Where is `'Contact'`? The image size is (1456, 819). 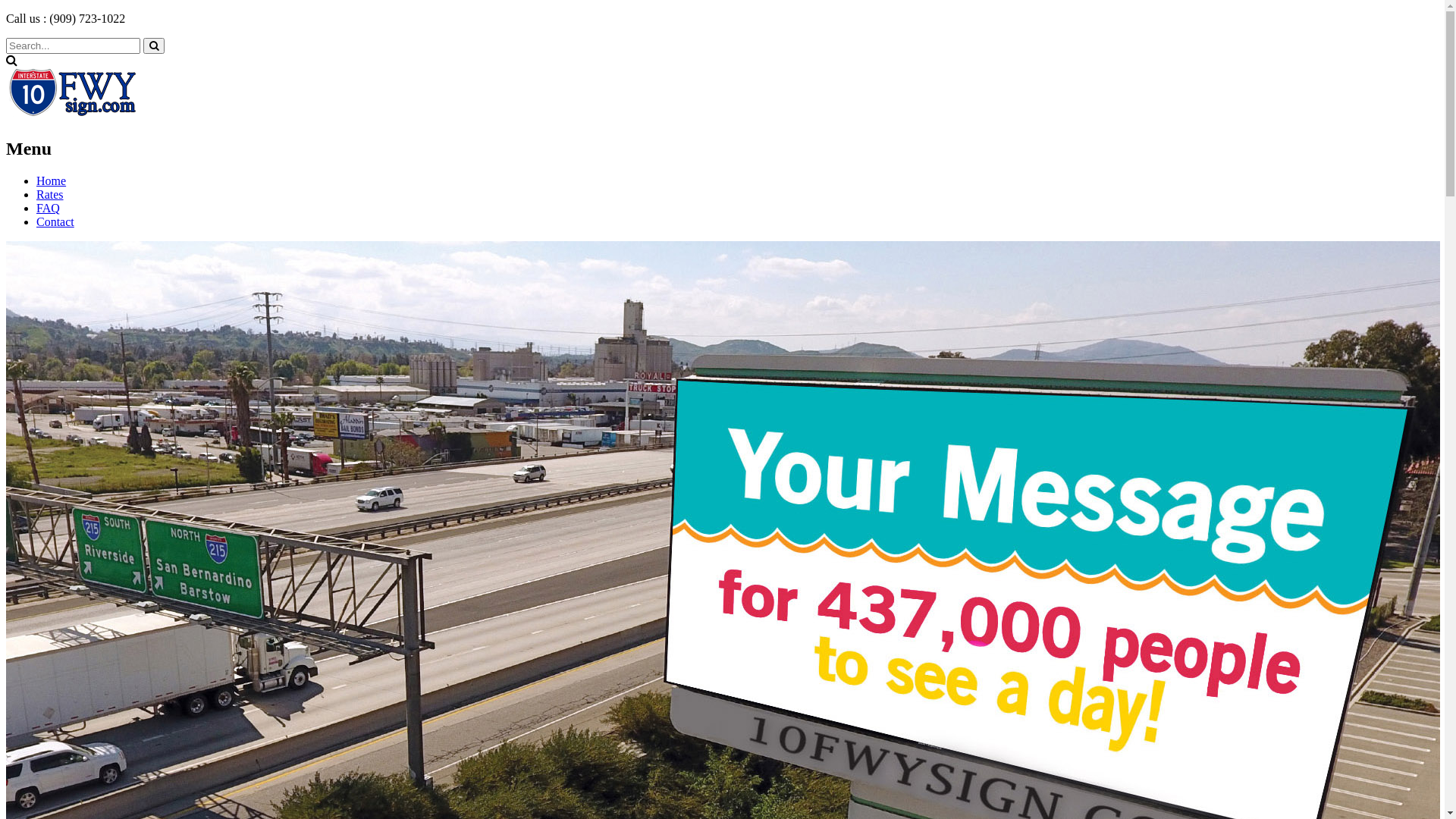 'Contact' is located at coordinates (55, 221).